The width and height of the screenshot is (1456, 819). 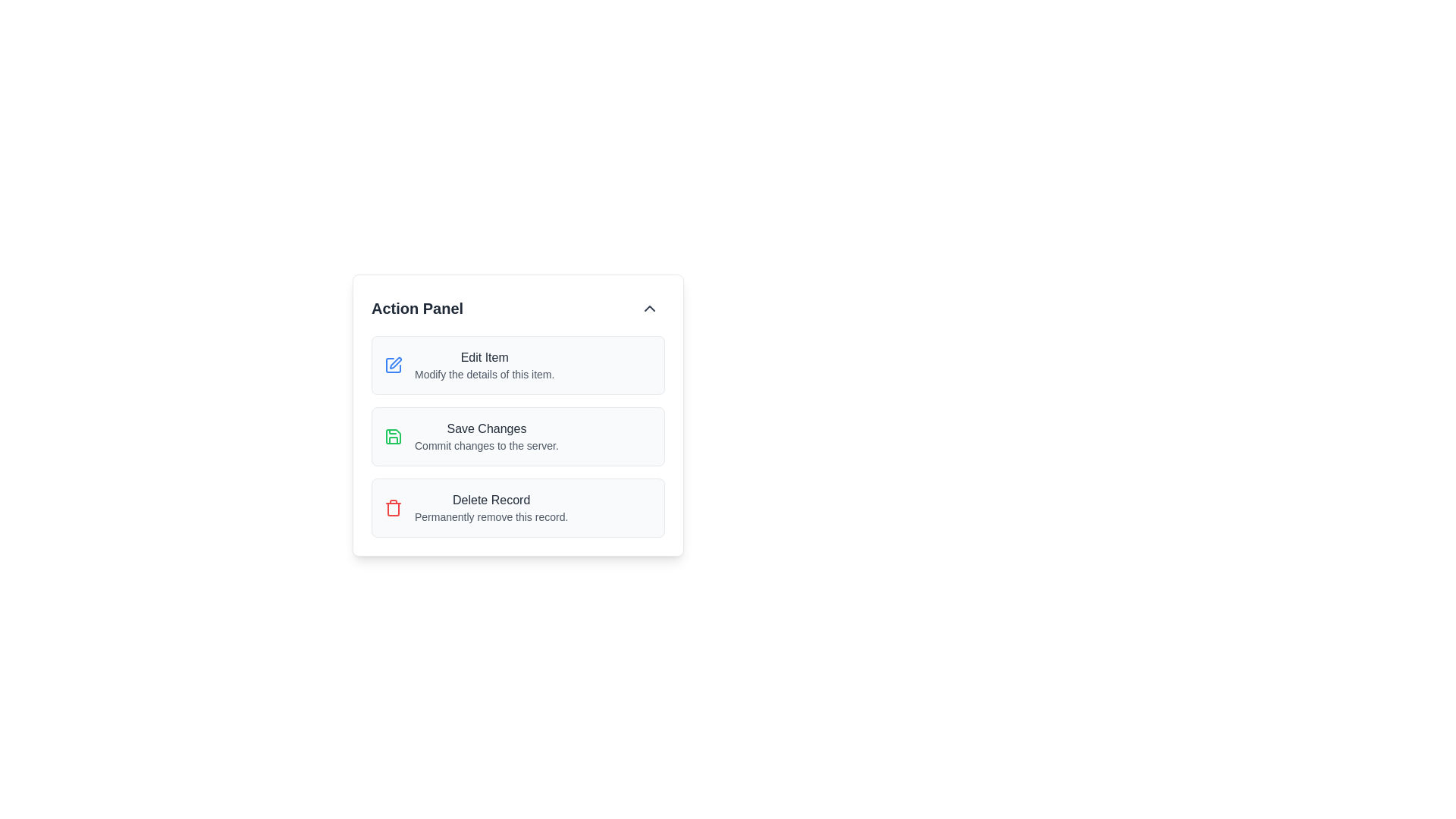 What do you see at coordinates (518, 366) in the screenshot?
I see `the 'Edit Item' button` at bounding box center [518, 366].